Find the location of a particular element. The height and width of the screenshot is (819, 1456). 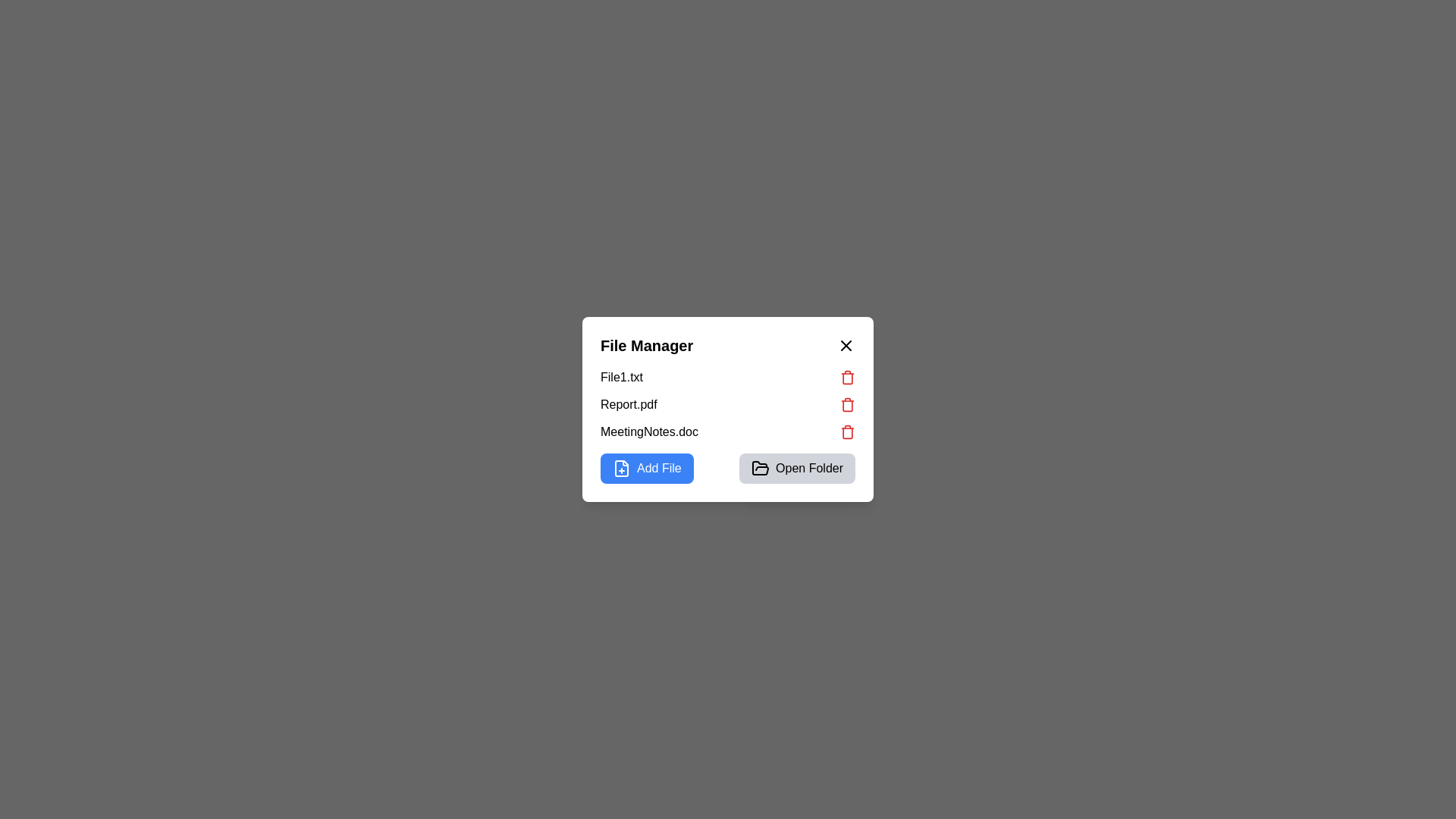

the red trash bin icon styled as a minimalistic vector design is located at coordinates (847, 376).